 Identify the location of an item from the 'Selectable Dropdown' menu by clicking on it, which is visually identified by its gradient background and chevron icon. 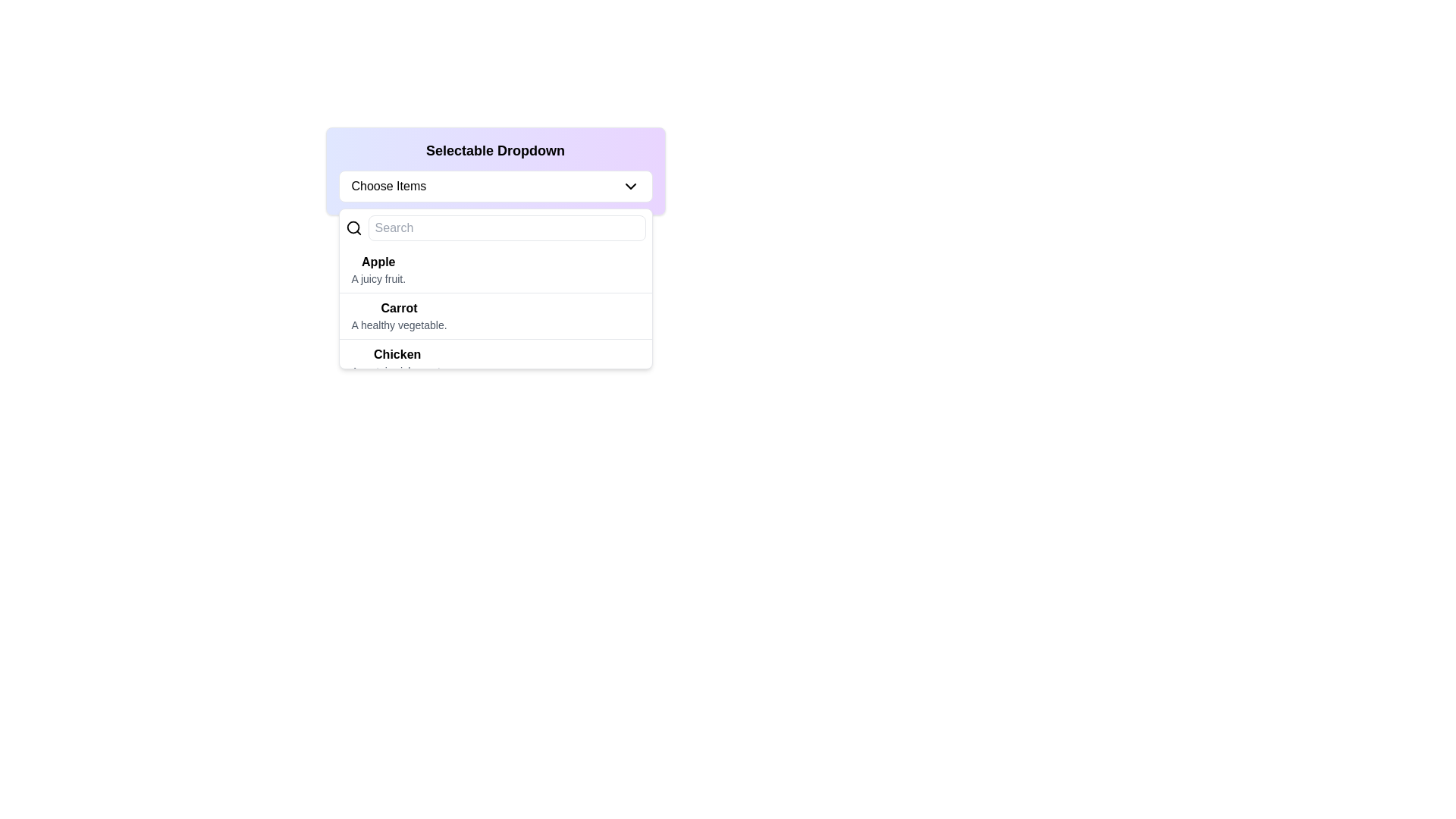
(495, 171).